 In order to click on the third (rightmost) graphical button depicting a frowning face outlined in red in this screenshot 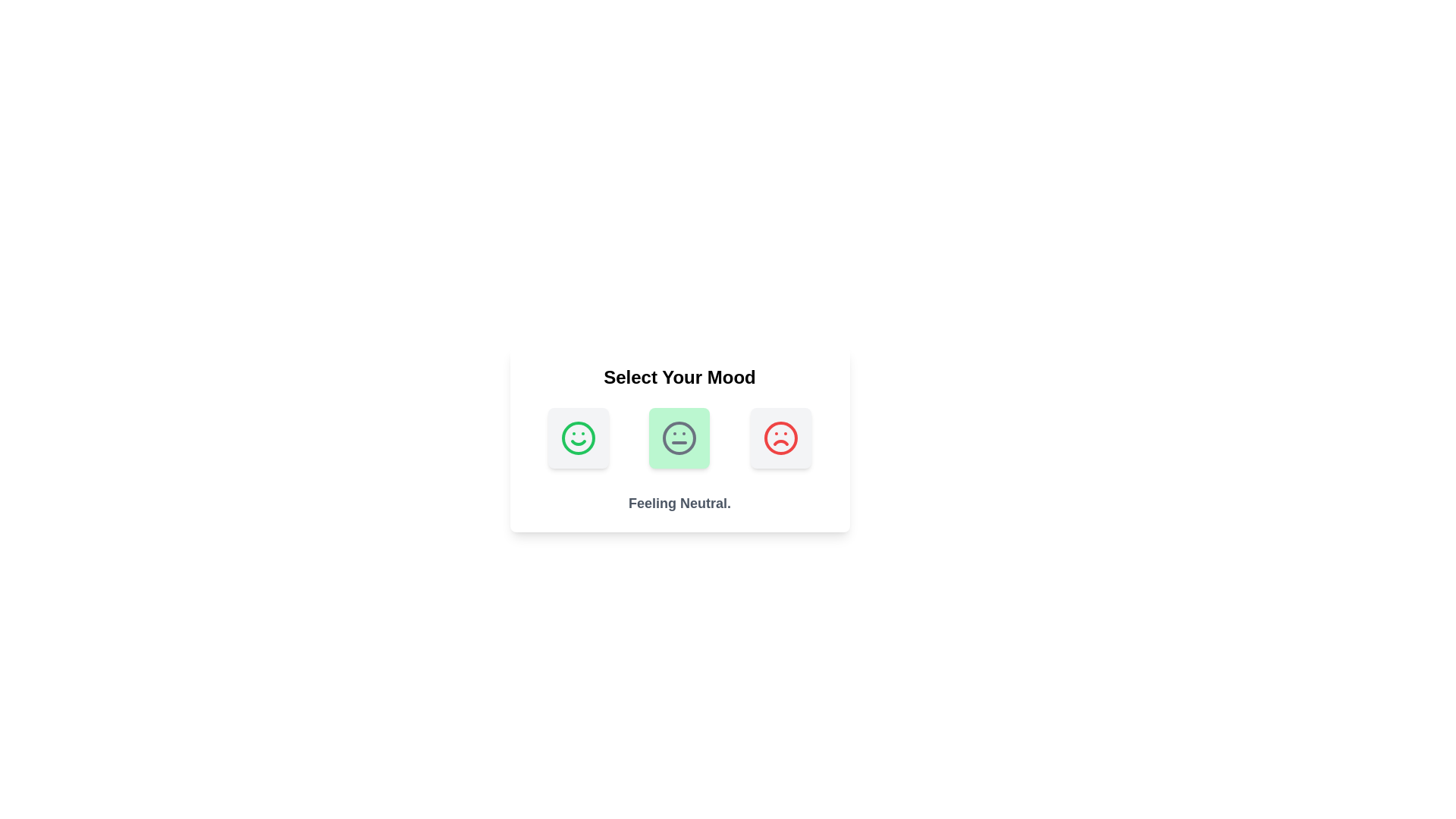, I will do `click(780, 438)`.